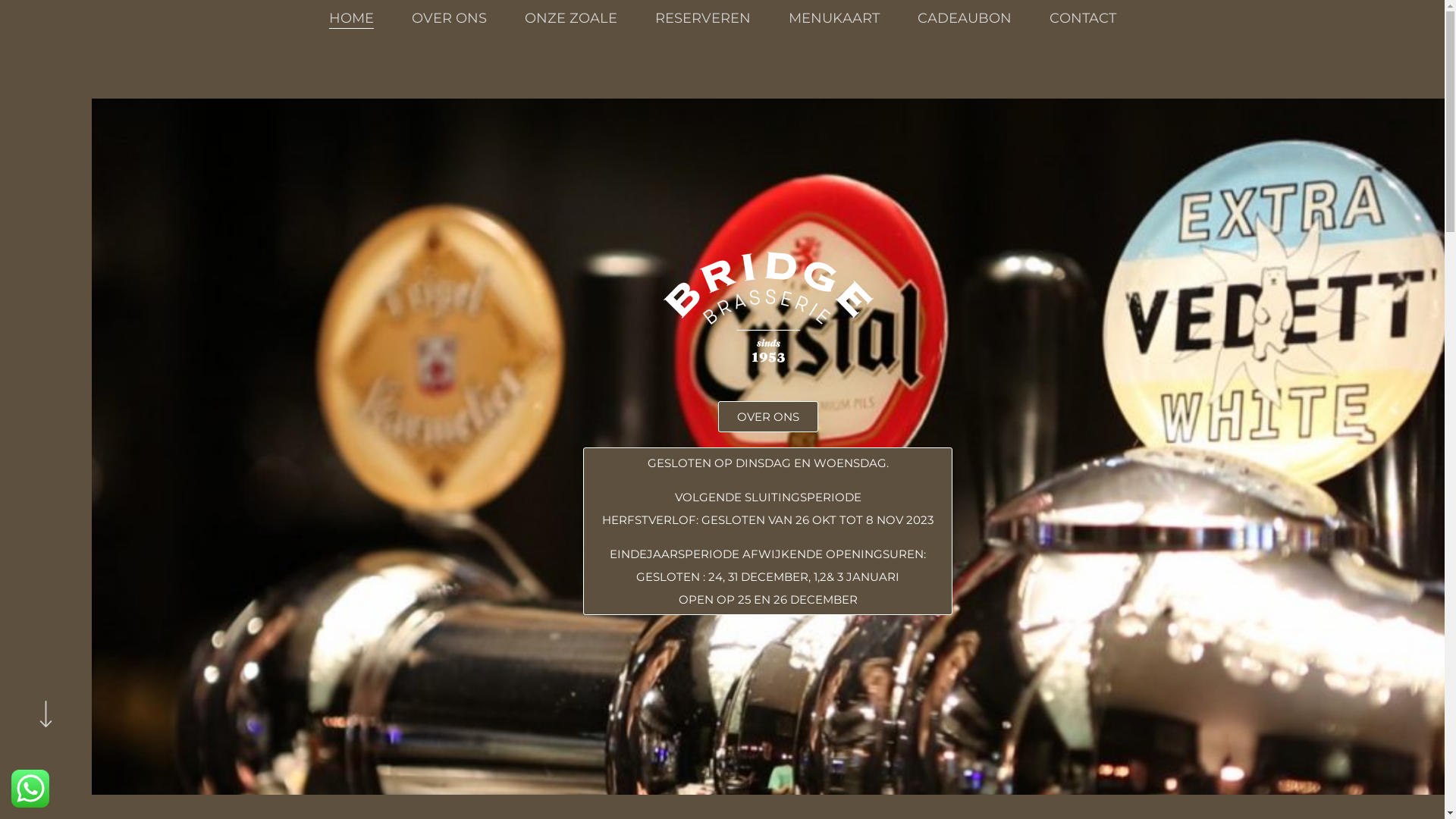  I want to click on 'MENUKAART', so click(833, 17).